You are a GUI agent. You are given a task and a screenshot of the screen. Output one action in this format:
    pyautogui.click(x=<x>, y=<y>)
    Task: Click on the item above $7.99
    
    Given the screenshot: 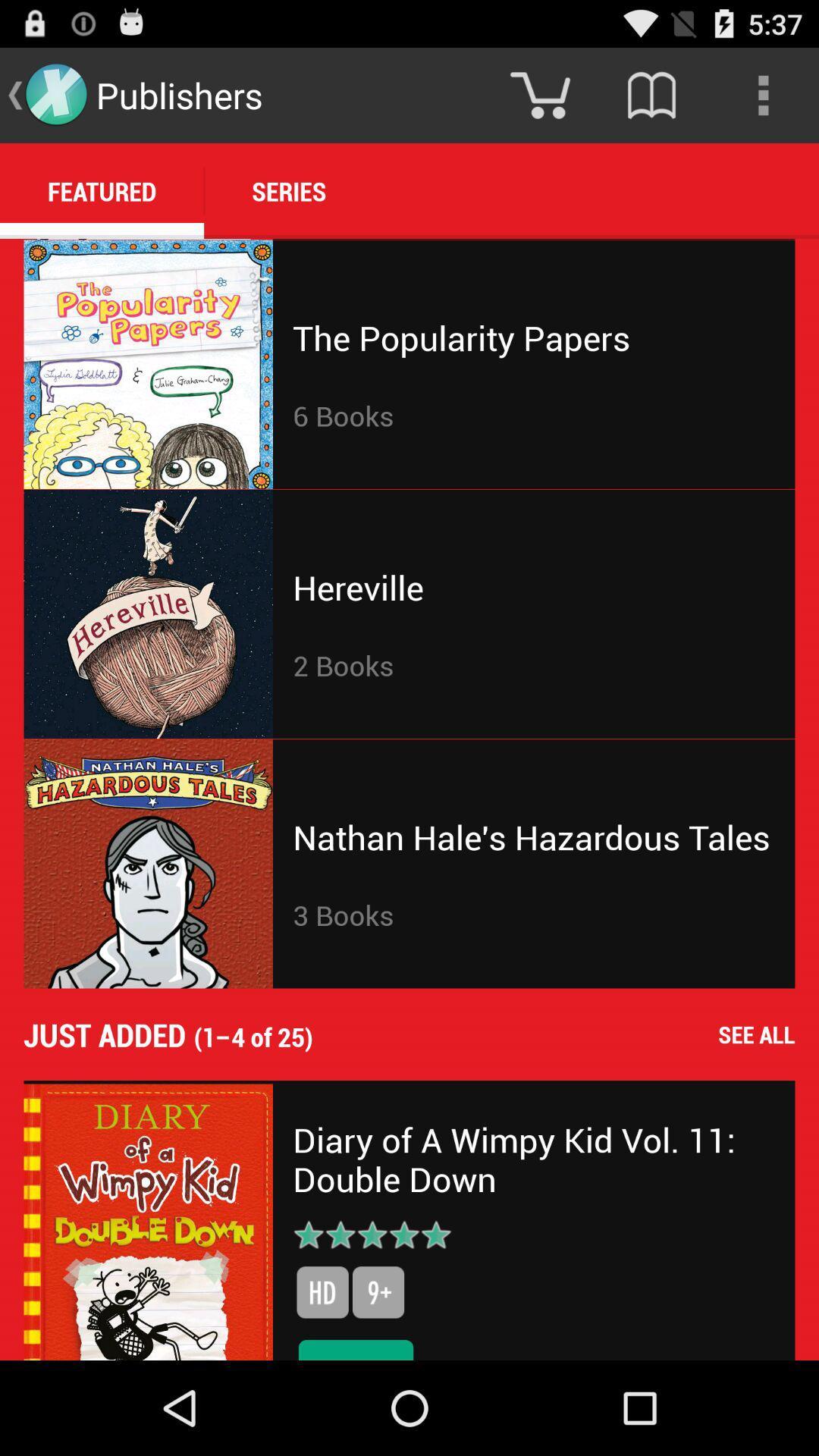 What is the action you would take?
    pyautogui.click(x=378, y=1291)
    